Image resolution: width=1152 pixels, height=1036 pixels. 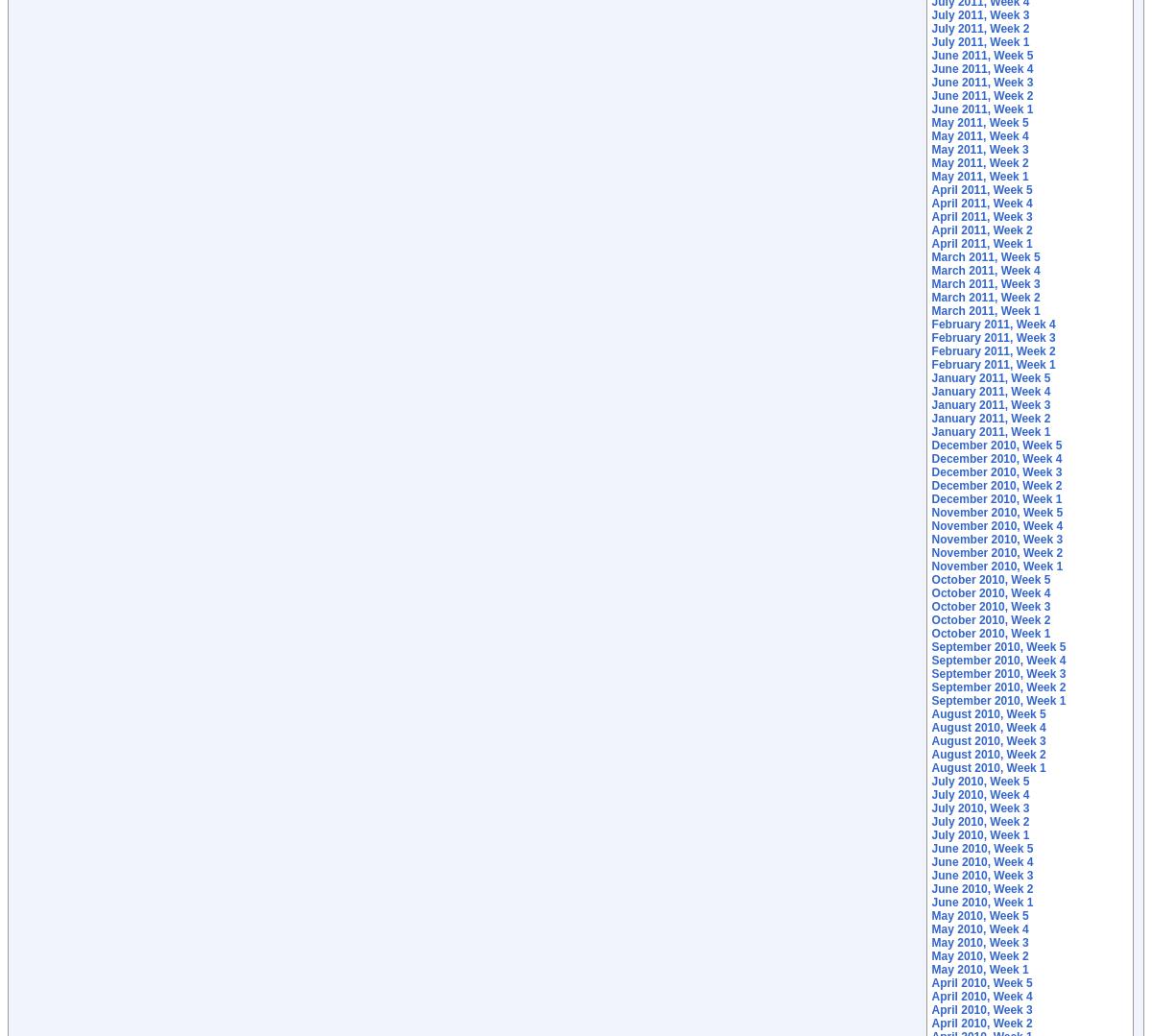 I want to click on 'February 2011, Week 3', so click(x=993, y=337).